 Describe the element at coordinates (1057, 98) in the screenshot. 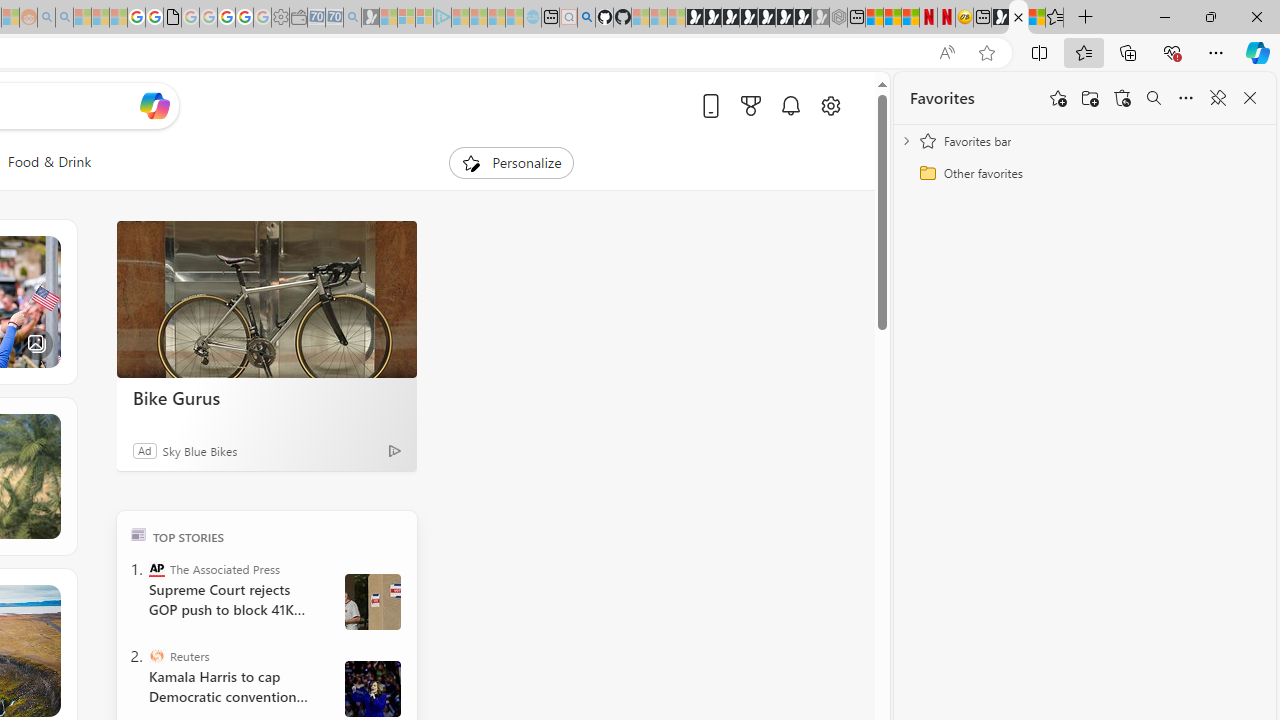

I see `'Add this page to favorites'` at that location.